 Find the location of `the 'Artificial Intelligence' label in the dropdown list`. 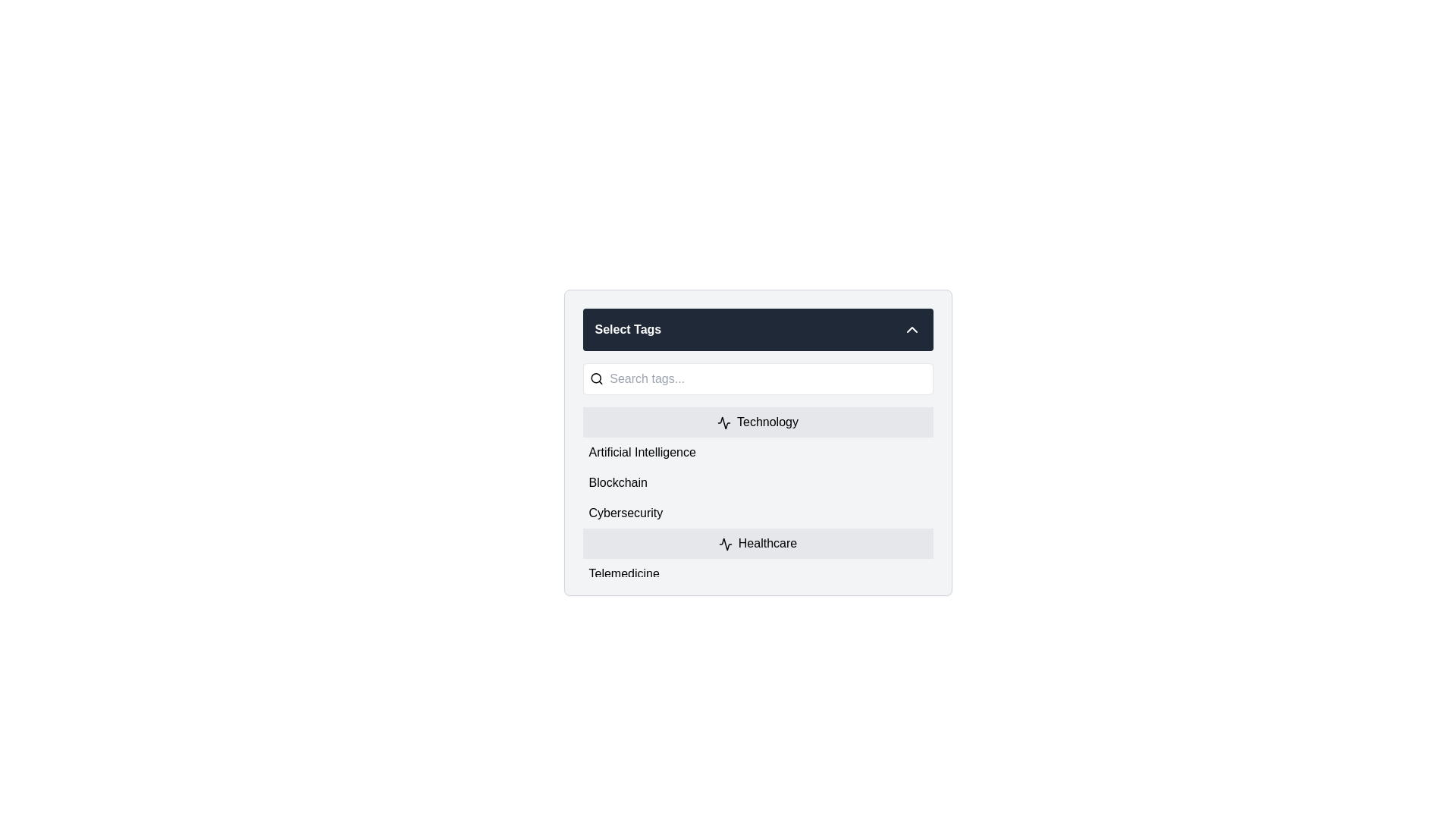

the 'Artificial Intelligence' label in the dropdown list is located at coordinates (642, 452).